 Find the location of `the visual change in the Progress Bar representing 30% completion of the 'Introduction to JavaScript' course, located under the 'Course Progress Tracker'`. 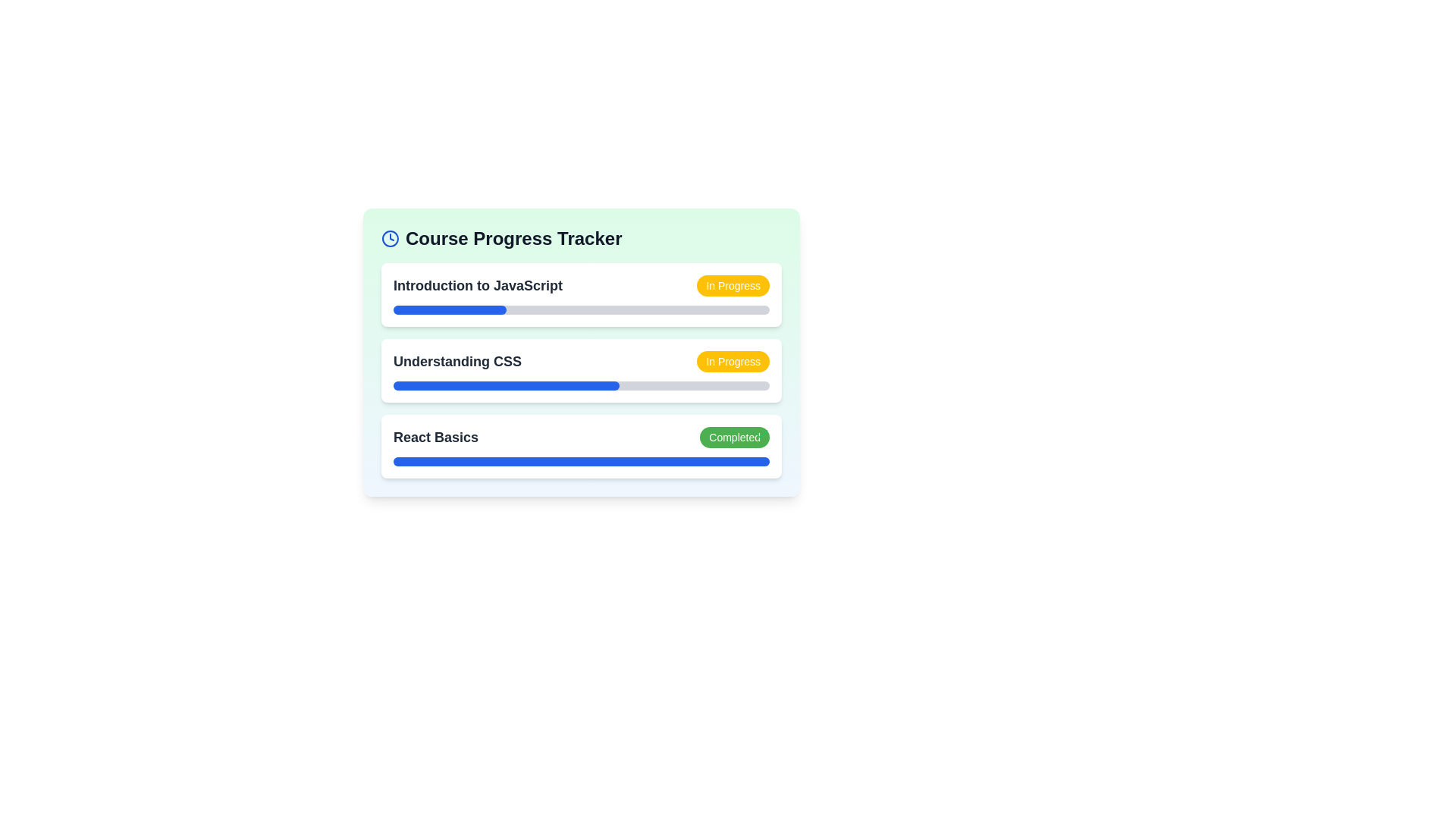

the visual change in the Progress Bar representing 30% completion of the 'Introduction to JavaScript' course, located under the 'Course Progress Tracker' is located at coordinates (581, 309).